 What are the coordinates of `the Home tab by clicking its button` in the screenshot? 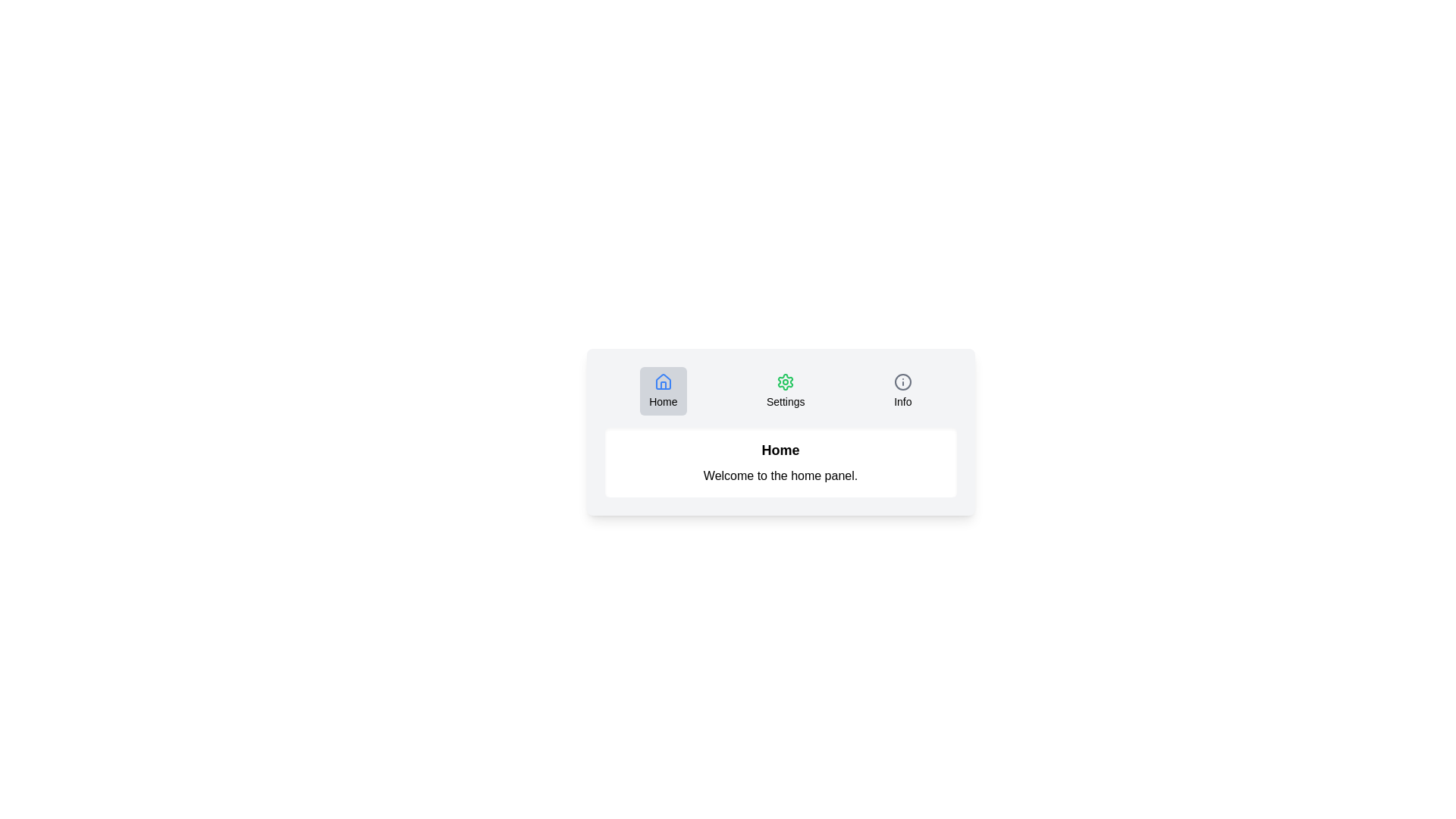 It's located at (663, 391).